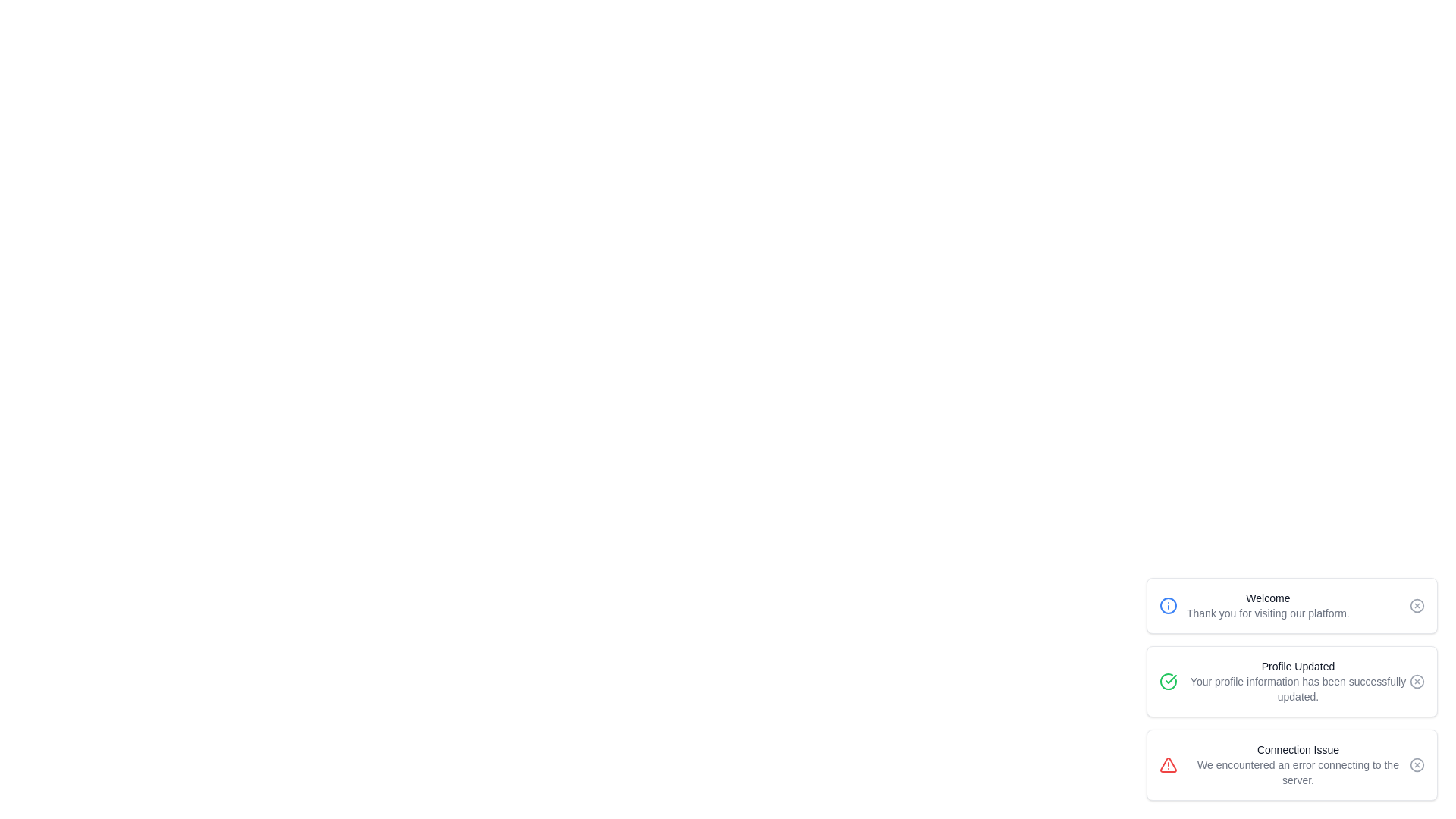  What do you see at coordinates (1291, 765) in the screenshot?
I see `the notification with title Connection Issue to observe style changes` at bounding box center [1291, 765].